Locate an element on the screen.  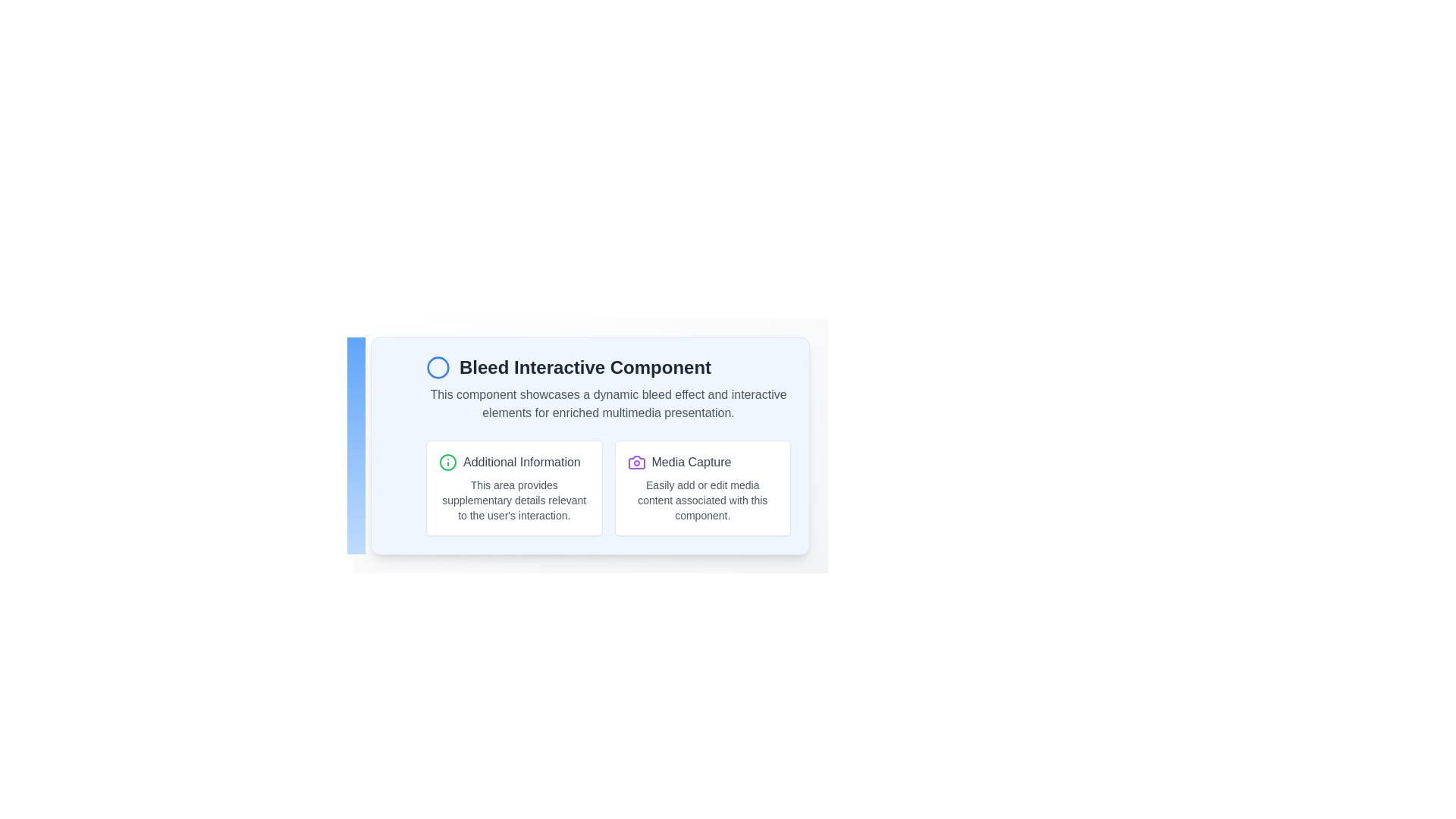
text description located beneath the title 'Bleed Interactive Component' in gray color and smaller font size is located at coordinates (608, 403).